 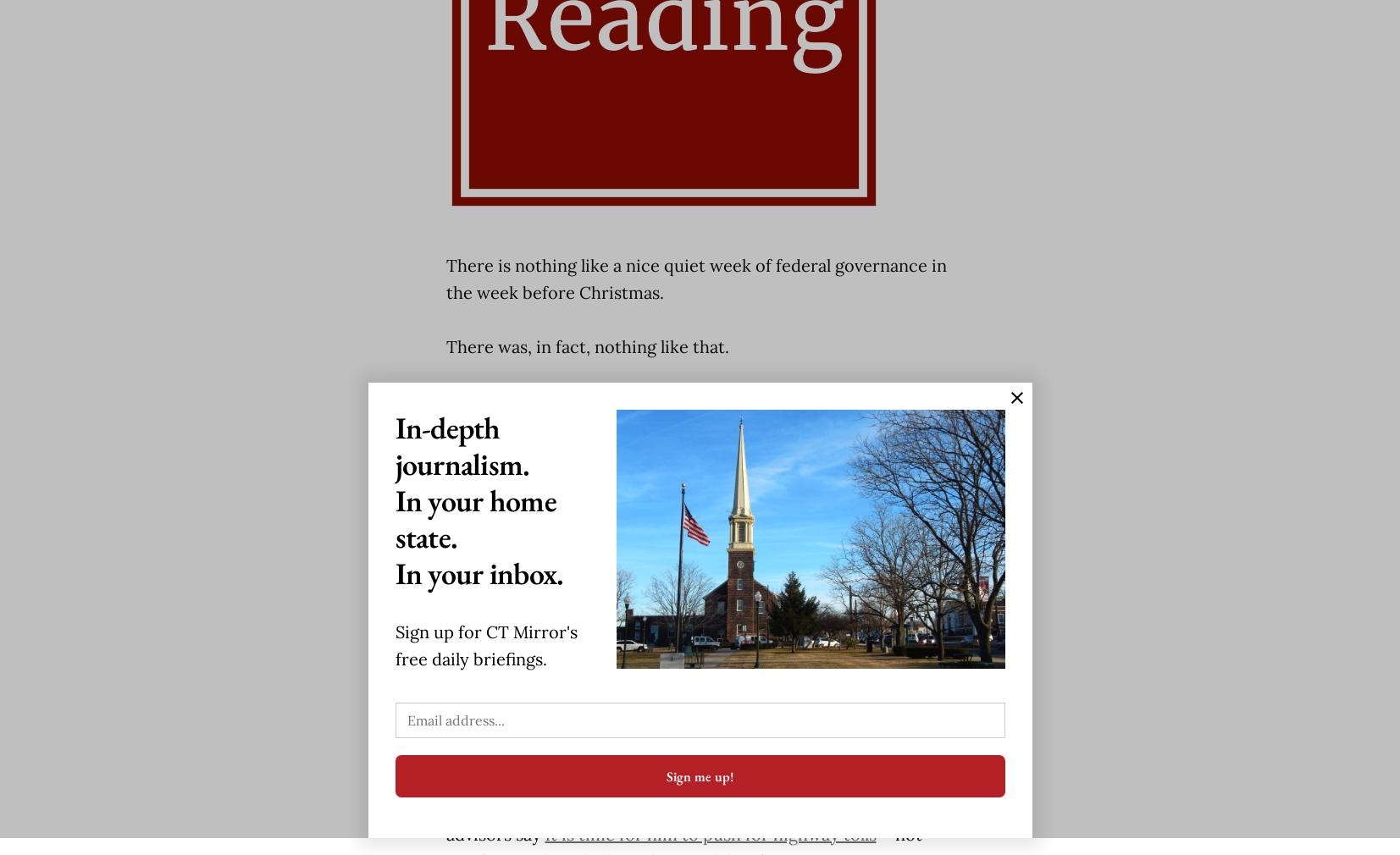 What do you see at coordinates (676, 806) in the screenshot?
I see `'Transportation policy will be a crucial element in Lamont’s effort to improve the state’s economy, and a group of his advisors say'` at bounding box center [676, 806].